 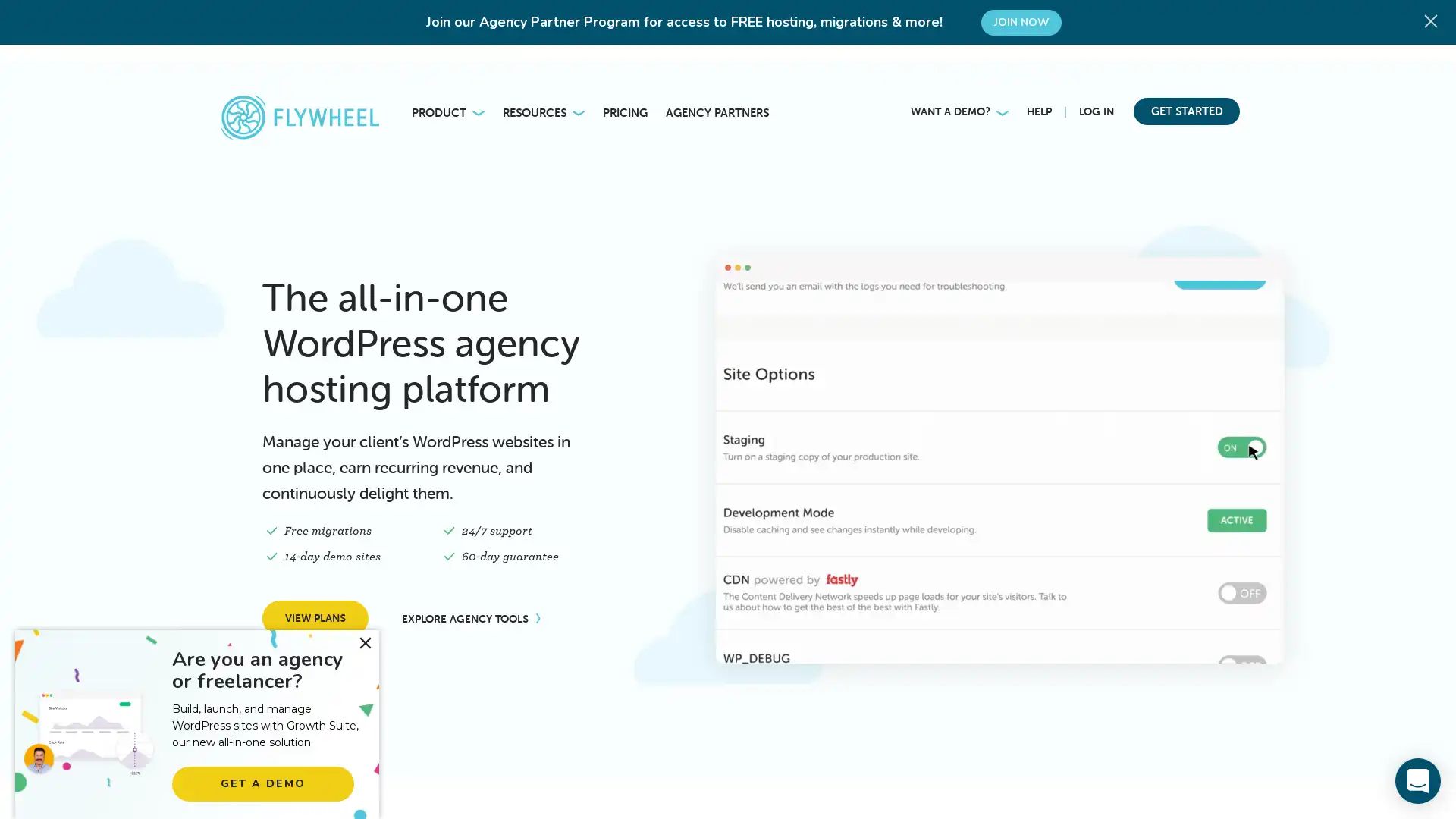 What do you see at coordinates (262, 783) in the screenshot?
I see `GET A DEMO` at bounding box center [262, 783].